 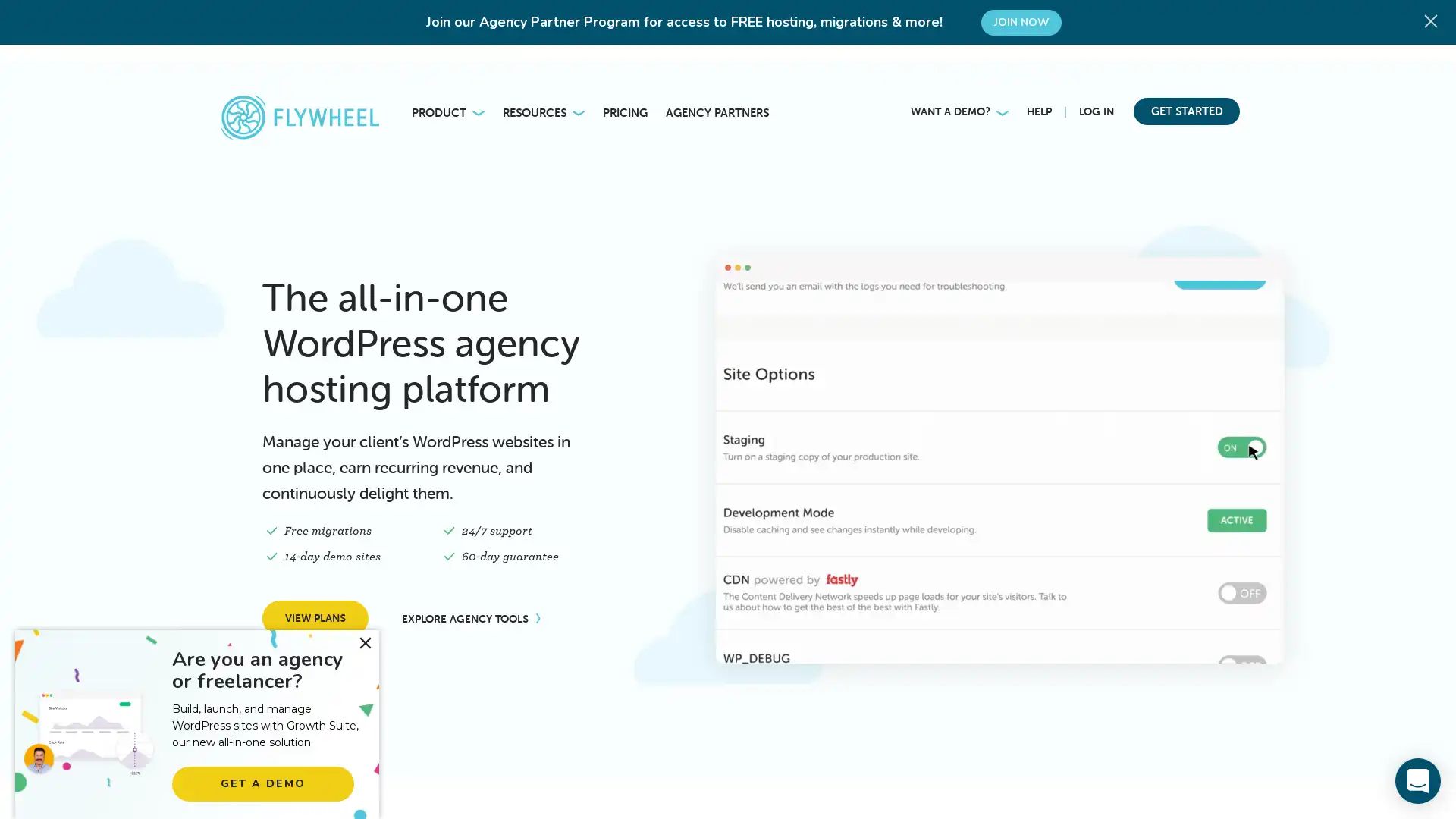 What do you see at coordinates (262, 783) in the screenshot?
I see `GET A DEMO` at bounding box center [262, 783].